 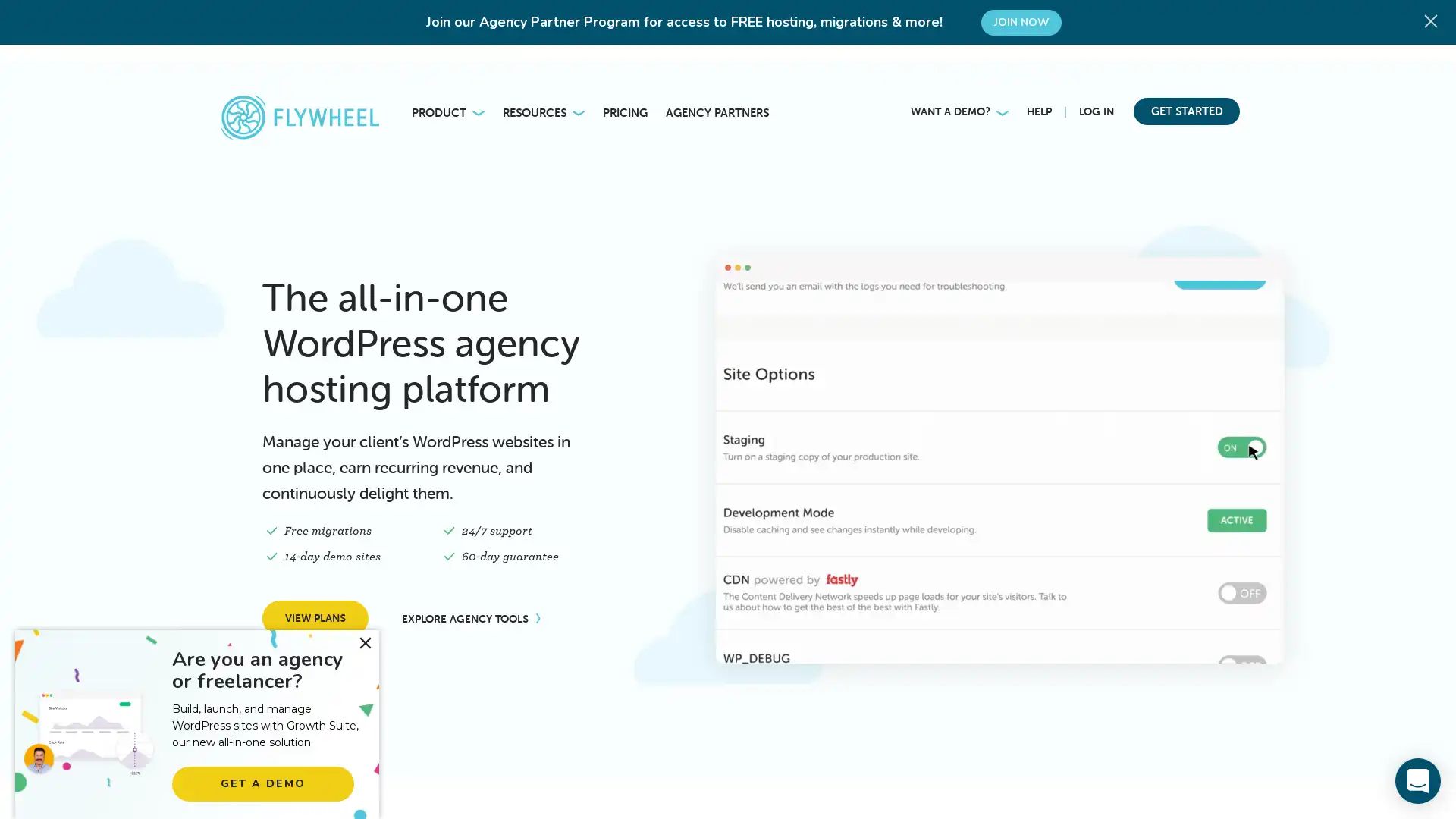 What do you see at coordinates (262, 783) in the screenshot?
I see `GET A DEMO` at bounding box center [262, 783].